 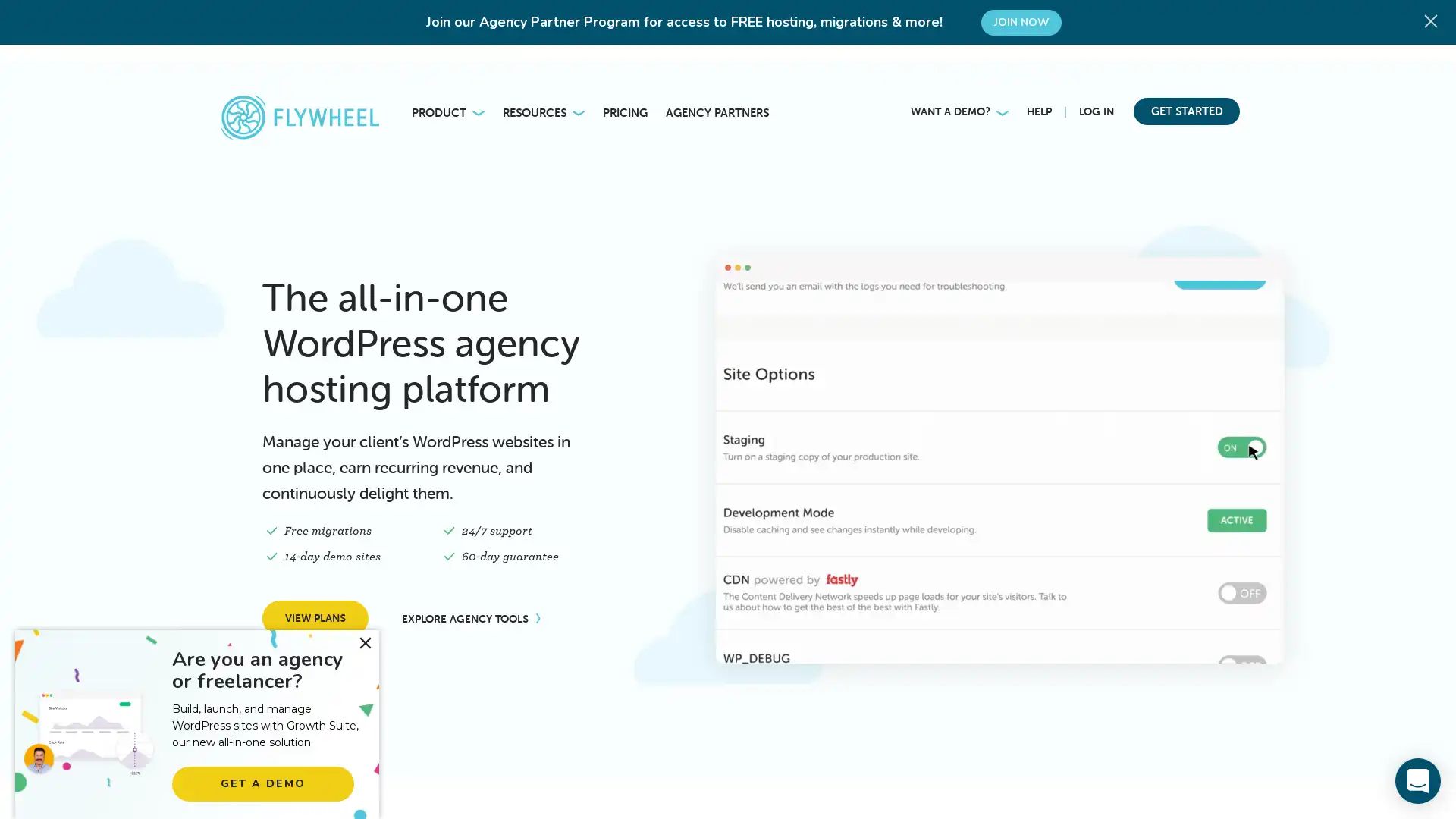 What do you see at coordinates (262, 783) in the screenshot?
I see `GET A DEMO` at bounding box center [262, 783].